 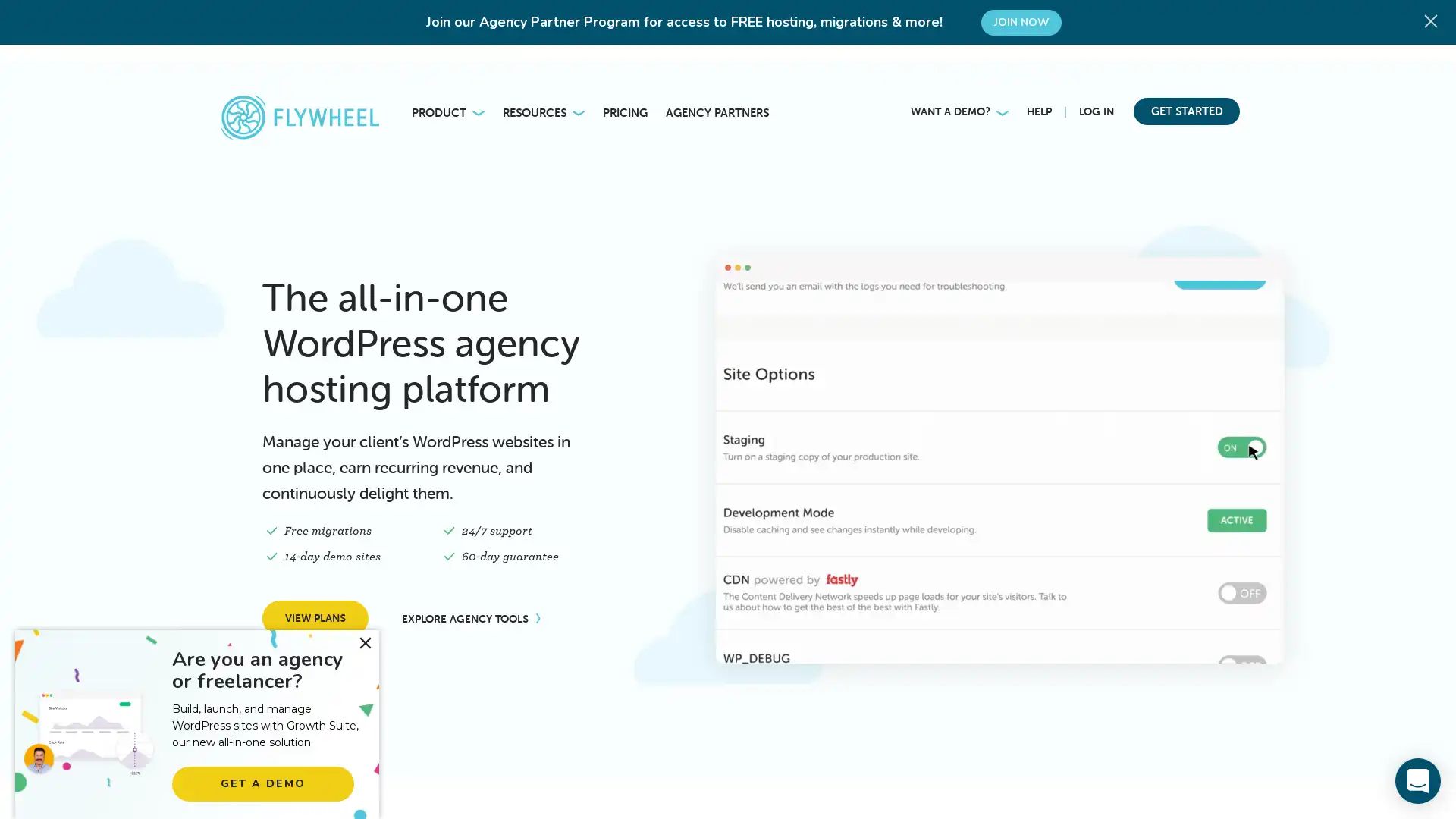 What do you see at coordinates (262, 783) in the screenshot?
I see `GET A DEMO` at bounding box center [262, 783].